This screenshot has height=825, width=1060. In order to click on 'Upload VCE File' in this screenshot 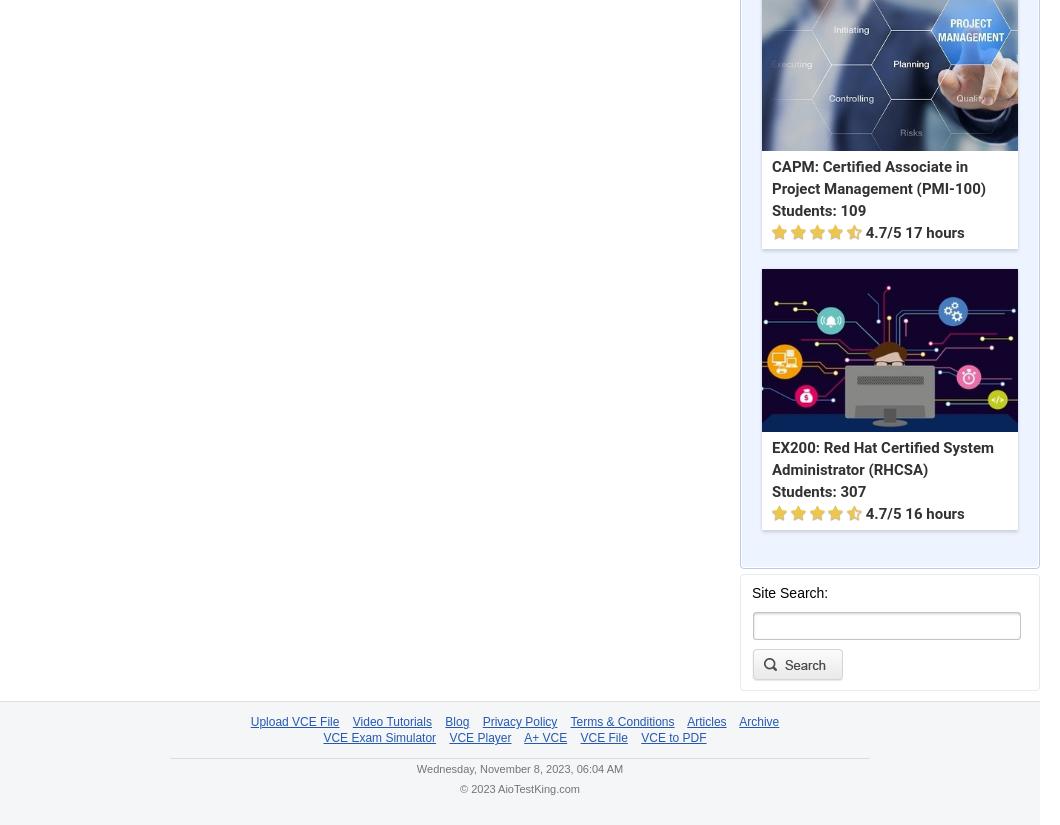, I will do `click(294, 721)`.